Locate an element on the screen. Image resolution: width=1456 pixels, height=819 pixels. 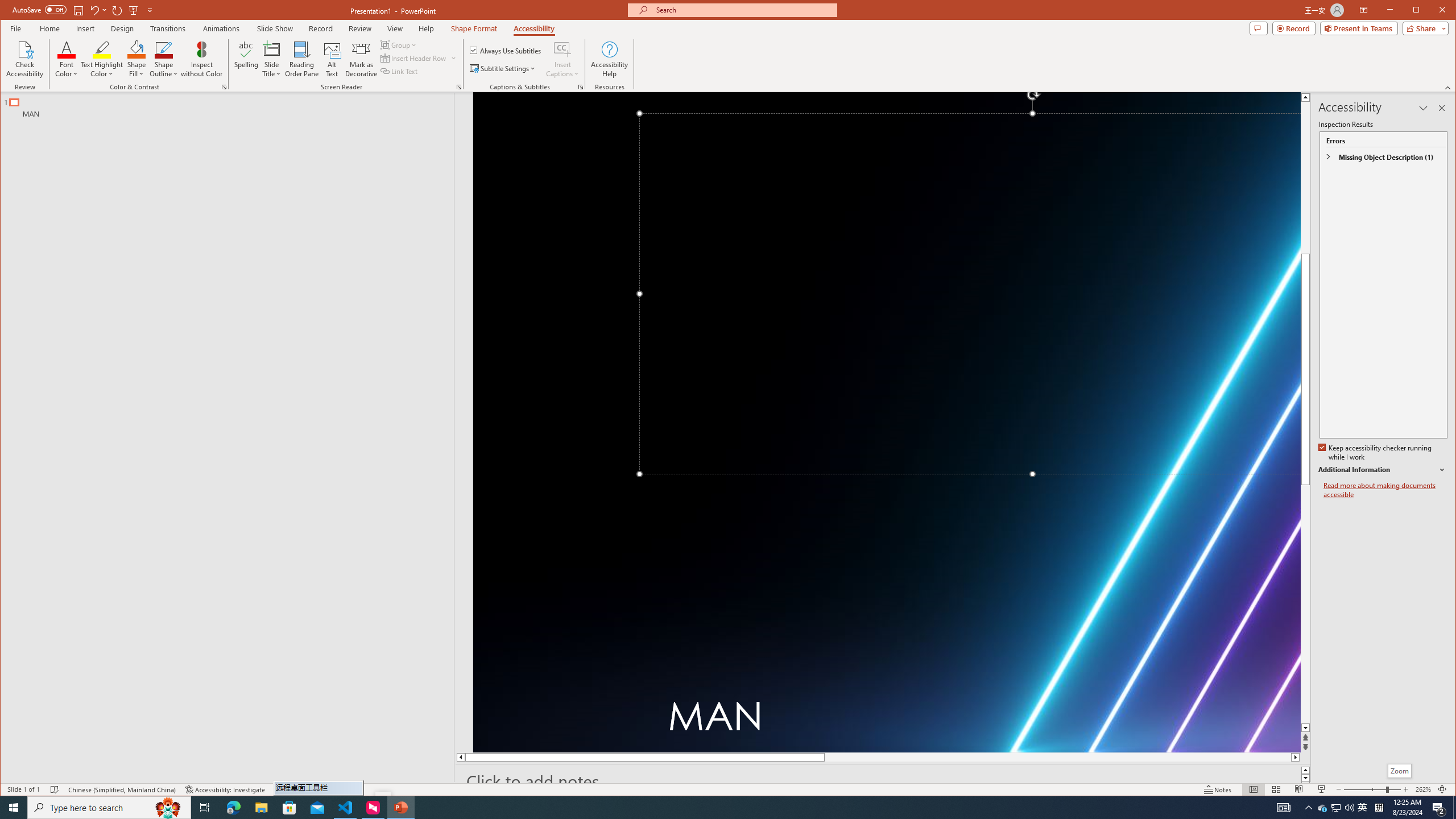
'Neon laser lights aligned to form a triangle' is located at coordinates (886, 422).